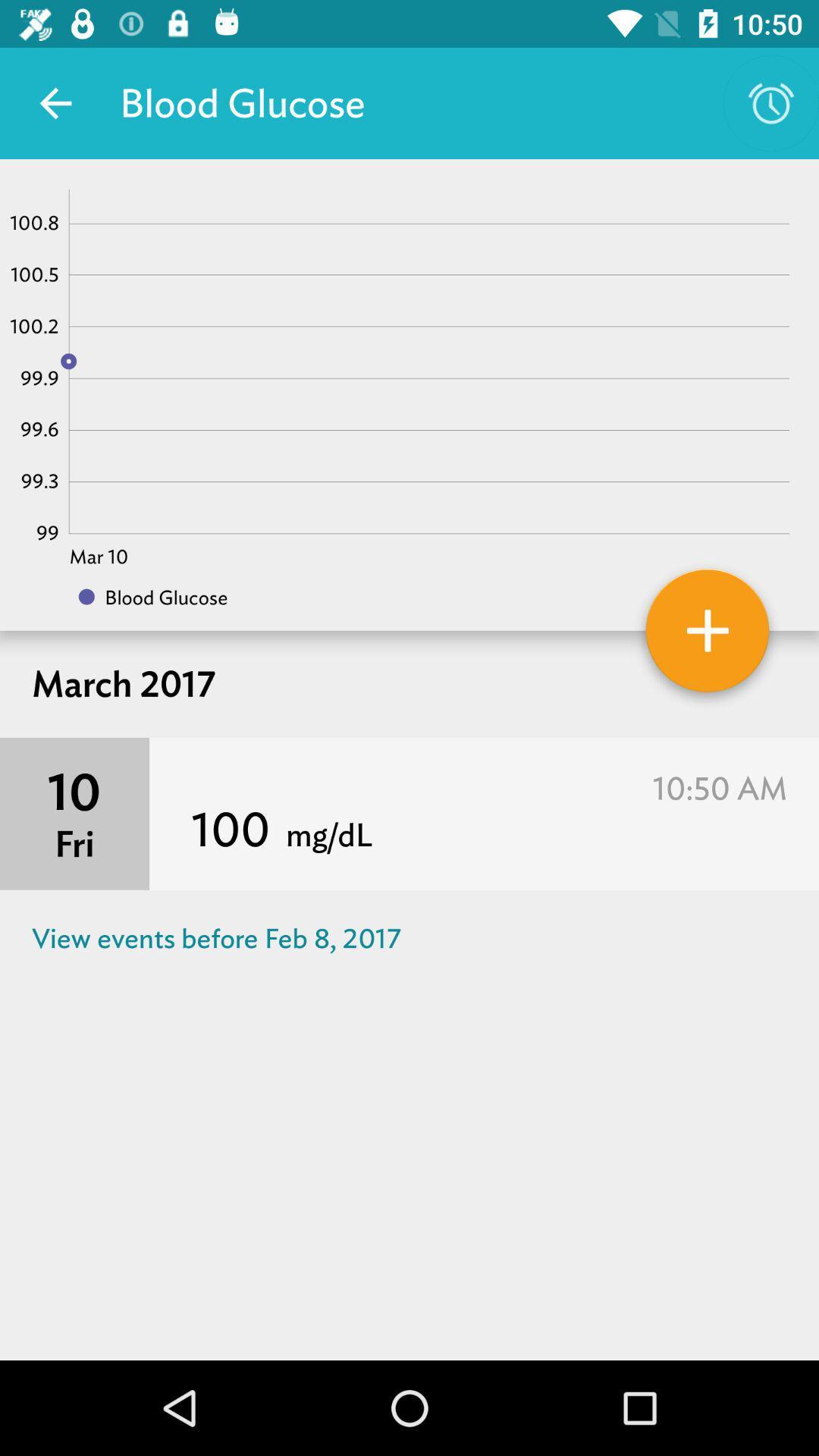  What do you see at coordinates (771, 102) in the screenshot?
I see `the icon at the top right corner` at bounding box center [771, 102].